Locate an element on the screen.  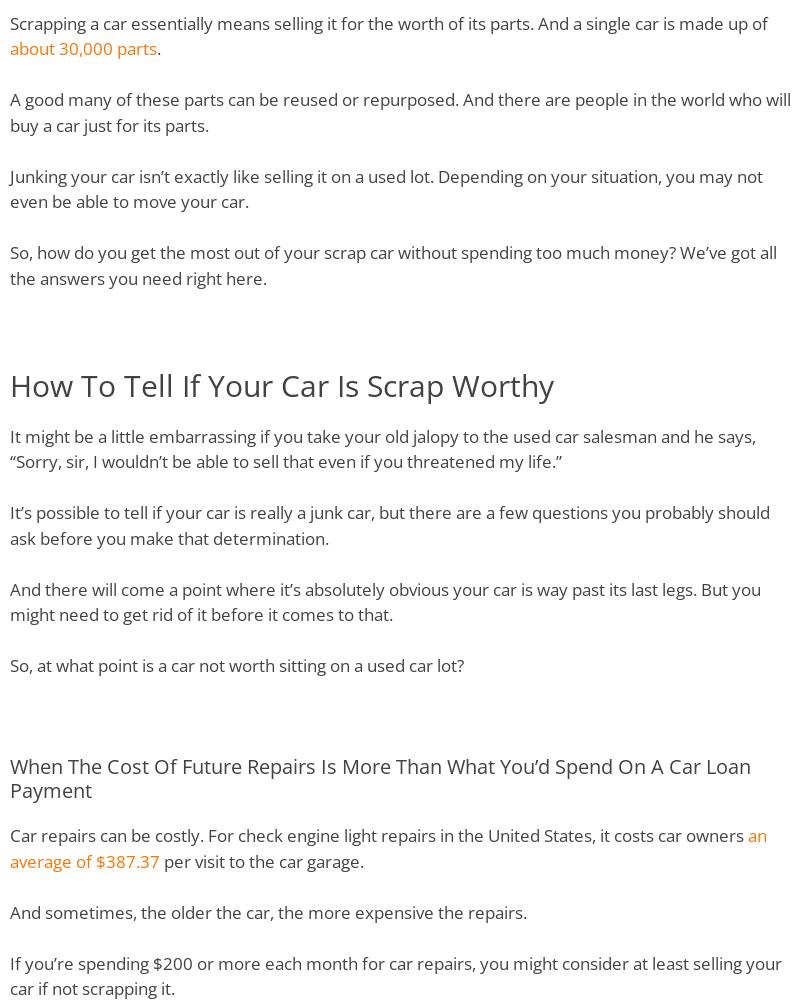
'an average of $387.37' is located at coordinates (388, 846).